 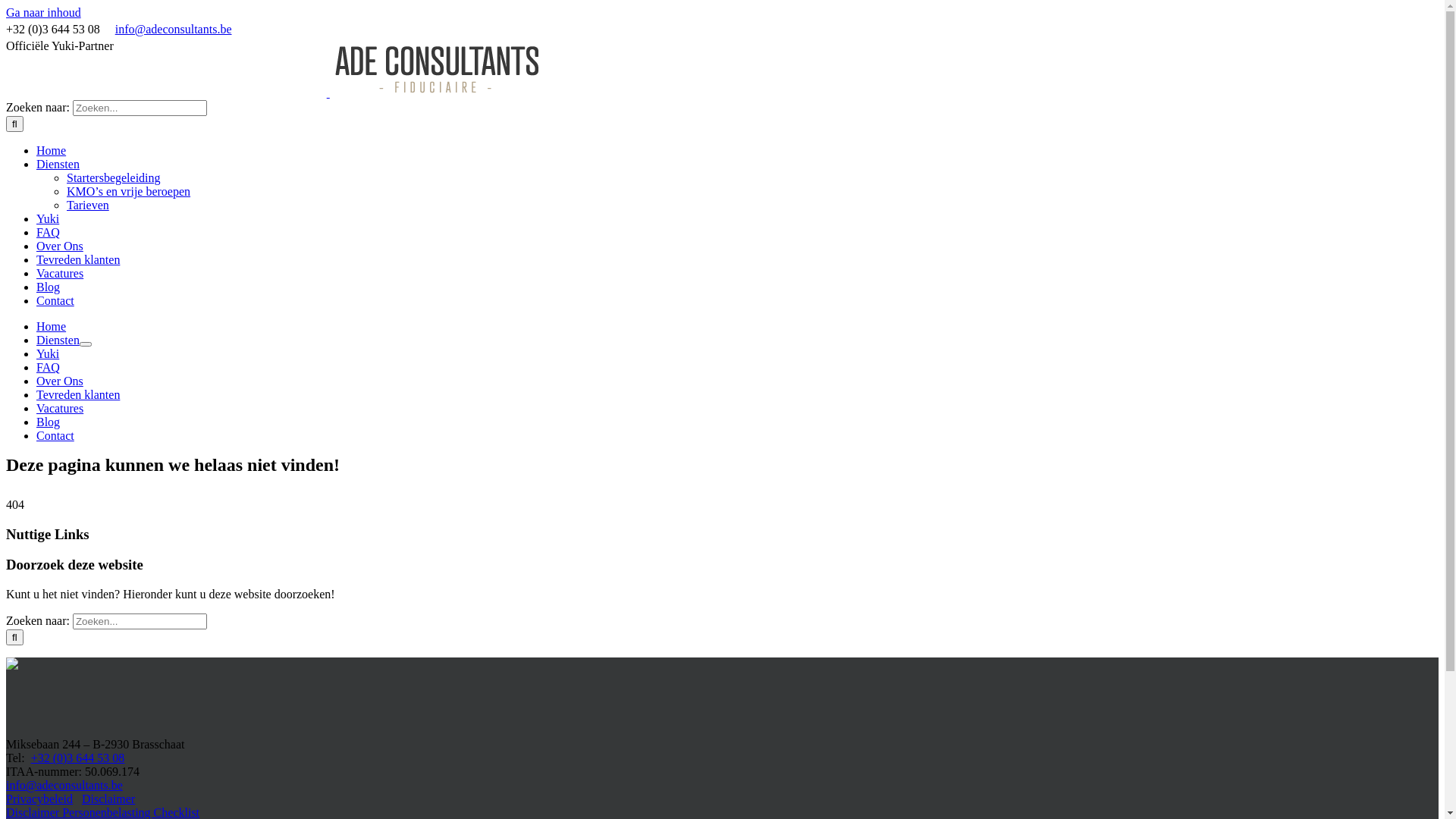 I want to click on 'Tarieven', so click(x=65, y=205).